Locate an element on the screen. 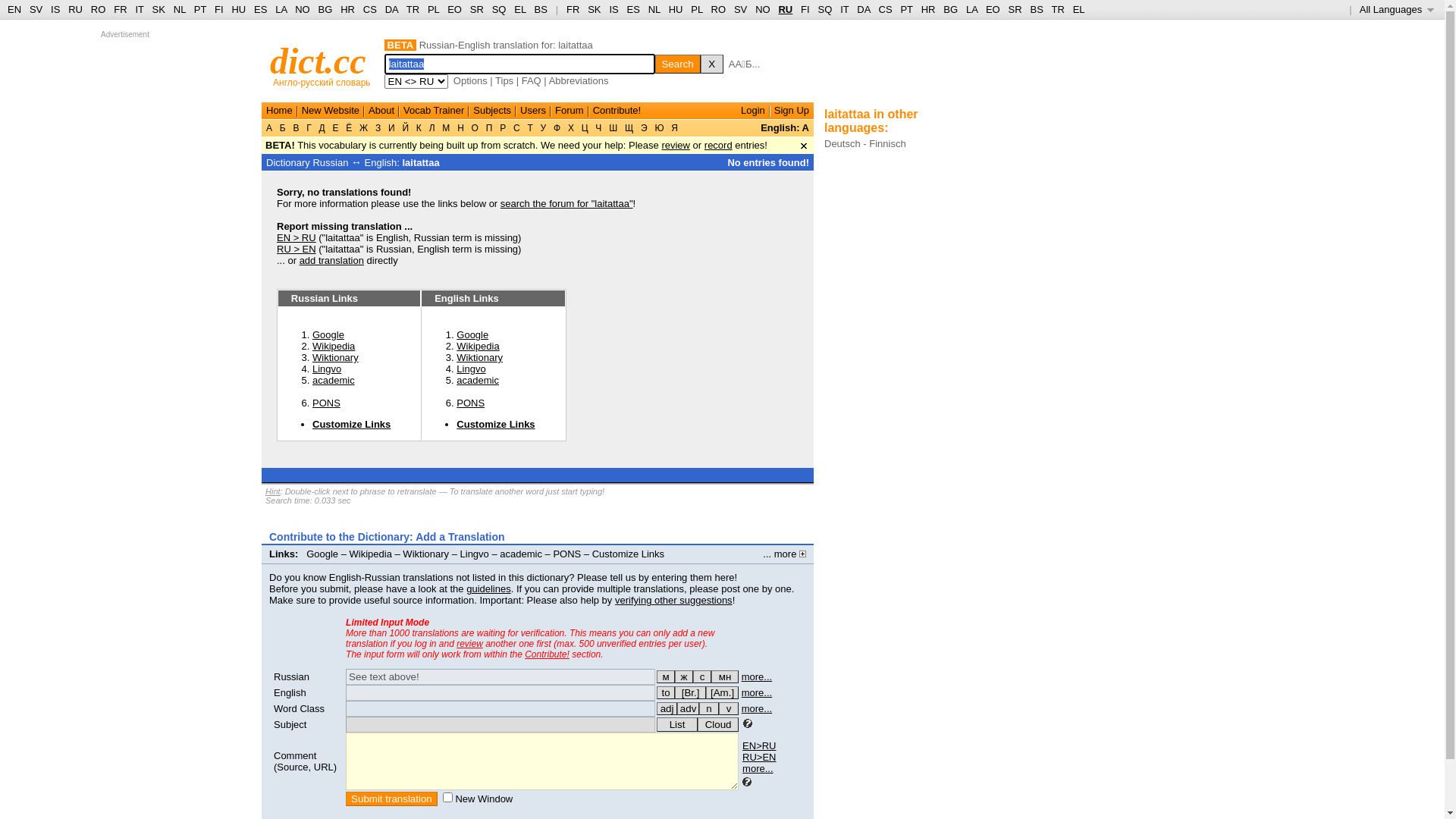 The width and height of the screenshot is (1456, 819). 'TR' is located at coordinates (413, 9).